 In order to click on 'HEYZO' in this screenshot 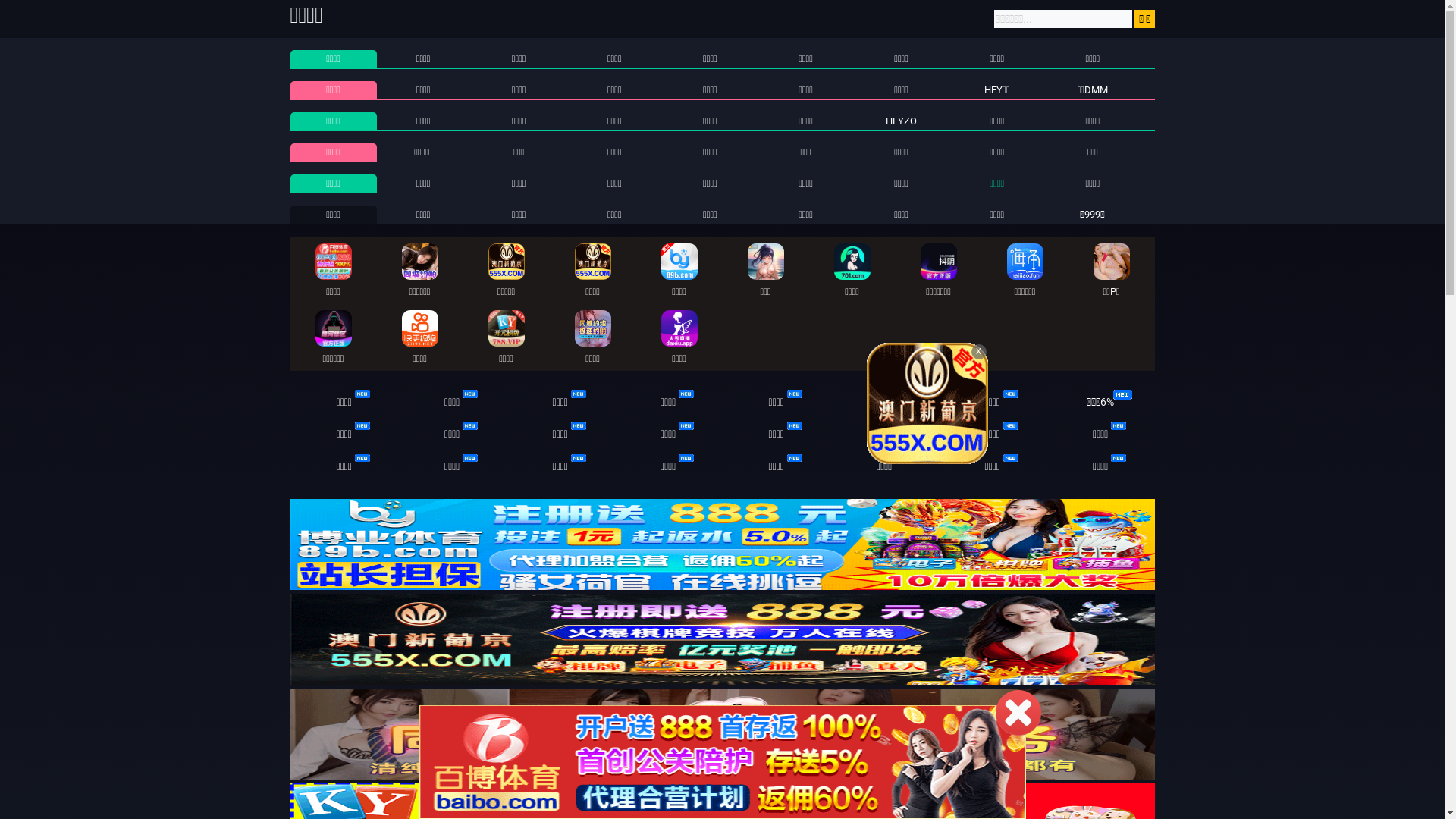, I will do `click(901, 120)`.